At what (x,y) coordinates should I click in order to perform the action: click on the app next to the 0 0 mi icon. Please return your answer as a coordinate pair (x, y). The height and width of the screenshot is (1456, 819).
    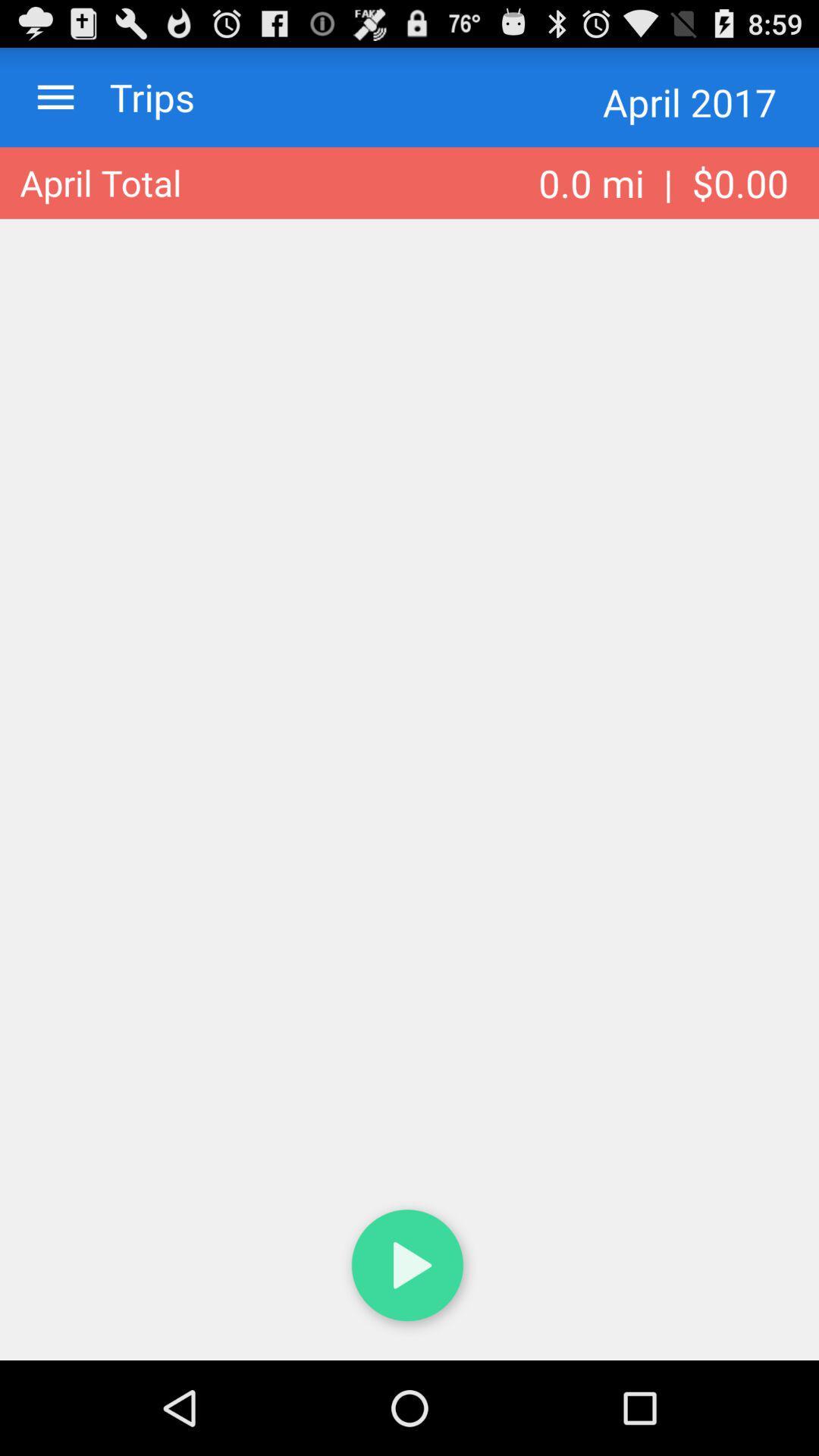
    Looking at the image, I should click on (100, 182).